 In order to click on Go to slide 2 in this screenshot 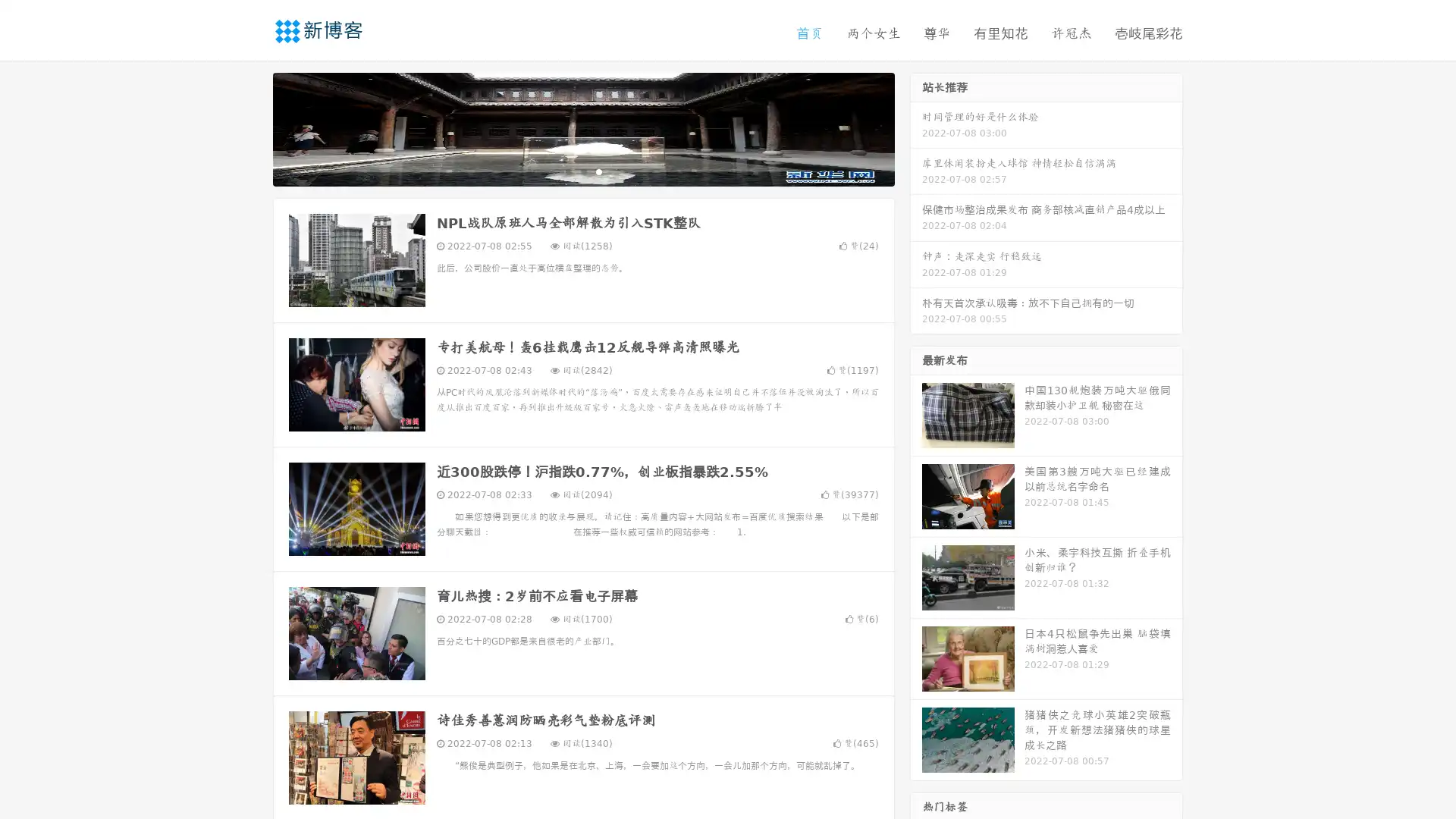, I will do `click(582, 171)`.